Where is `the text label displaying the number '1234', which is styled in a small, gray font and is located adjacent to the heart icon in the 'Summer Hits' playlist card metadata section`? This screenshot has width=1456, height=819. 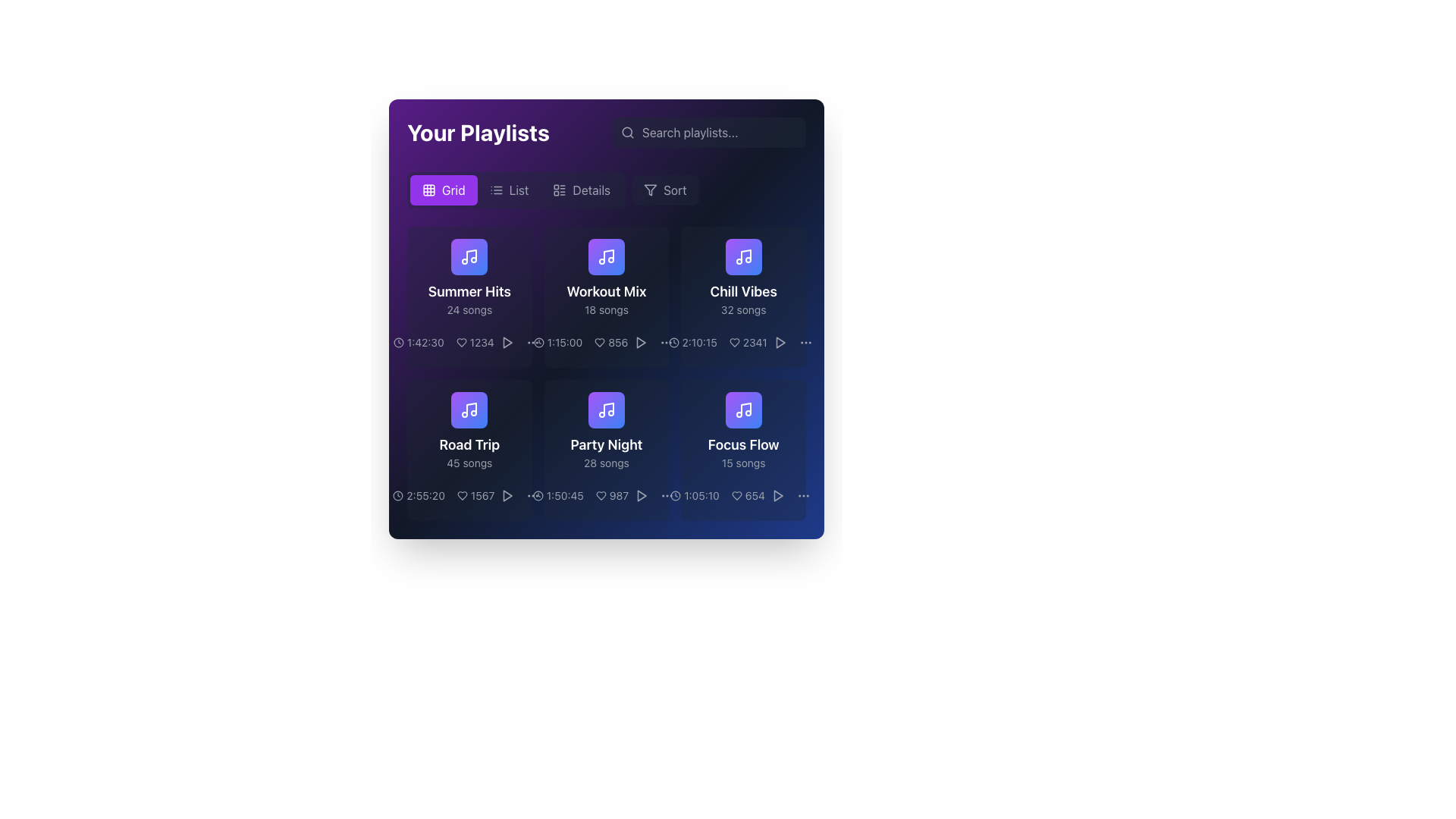
the text label displaying the number '1234', which is styled in a small, gray font and is located adjacent to the heart icon in the 'Summer Hits' playlist card metadata section is located at coordinates (474, 342).